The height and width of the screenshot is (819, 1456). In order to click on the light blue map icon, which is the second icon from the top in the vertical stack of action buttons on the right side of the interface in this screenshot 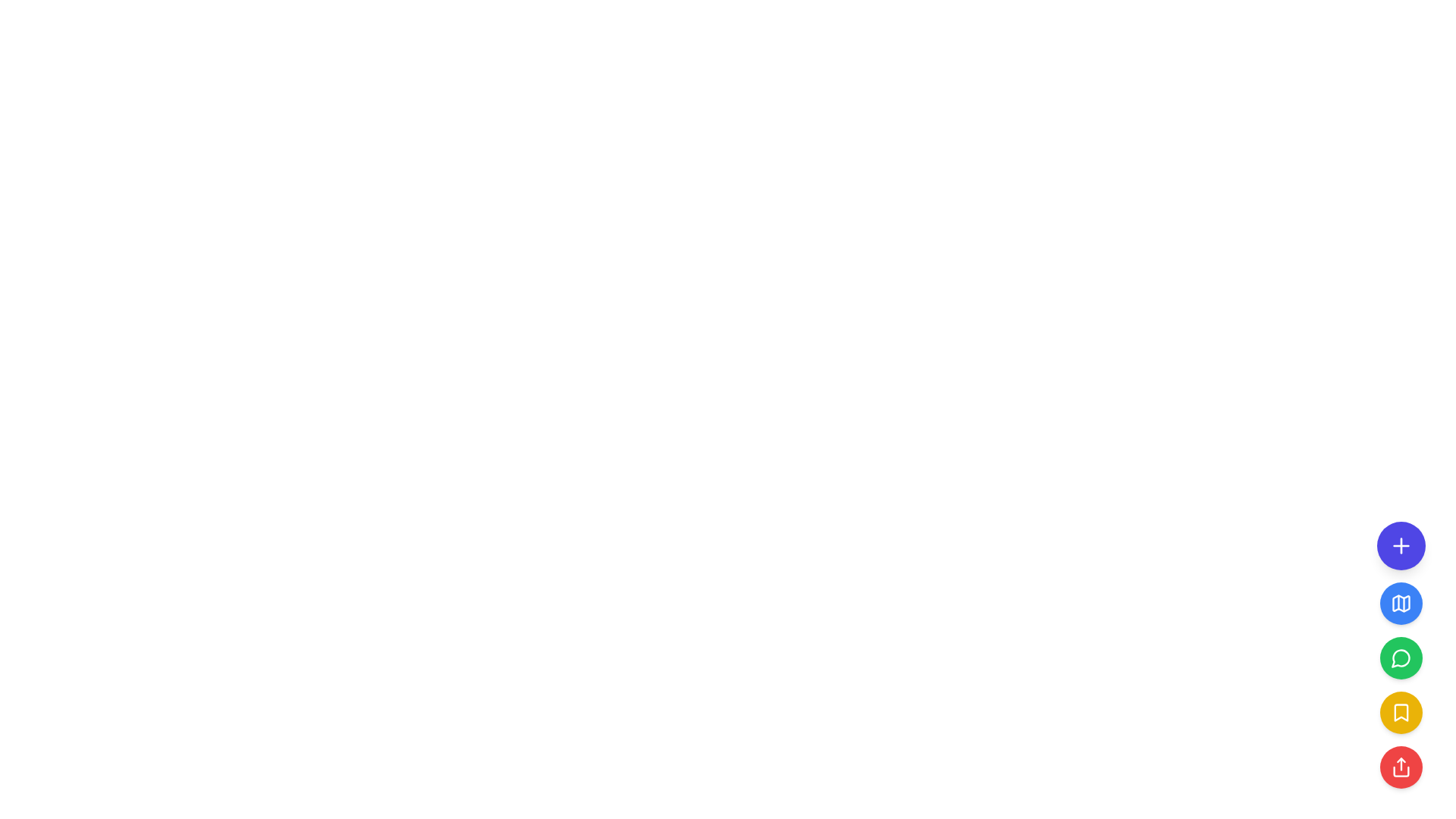, I will do `click(1401, 602)`.